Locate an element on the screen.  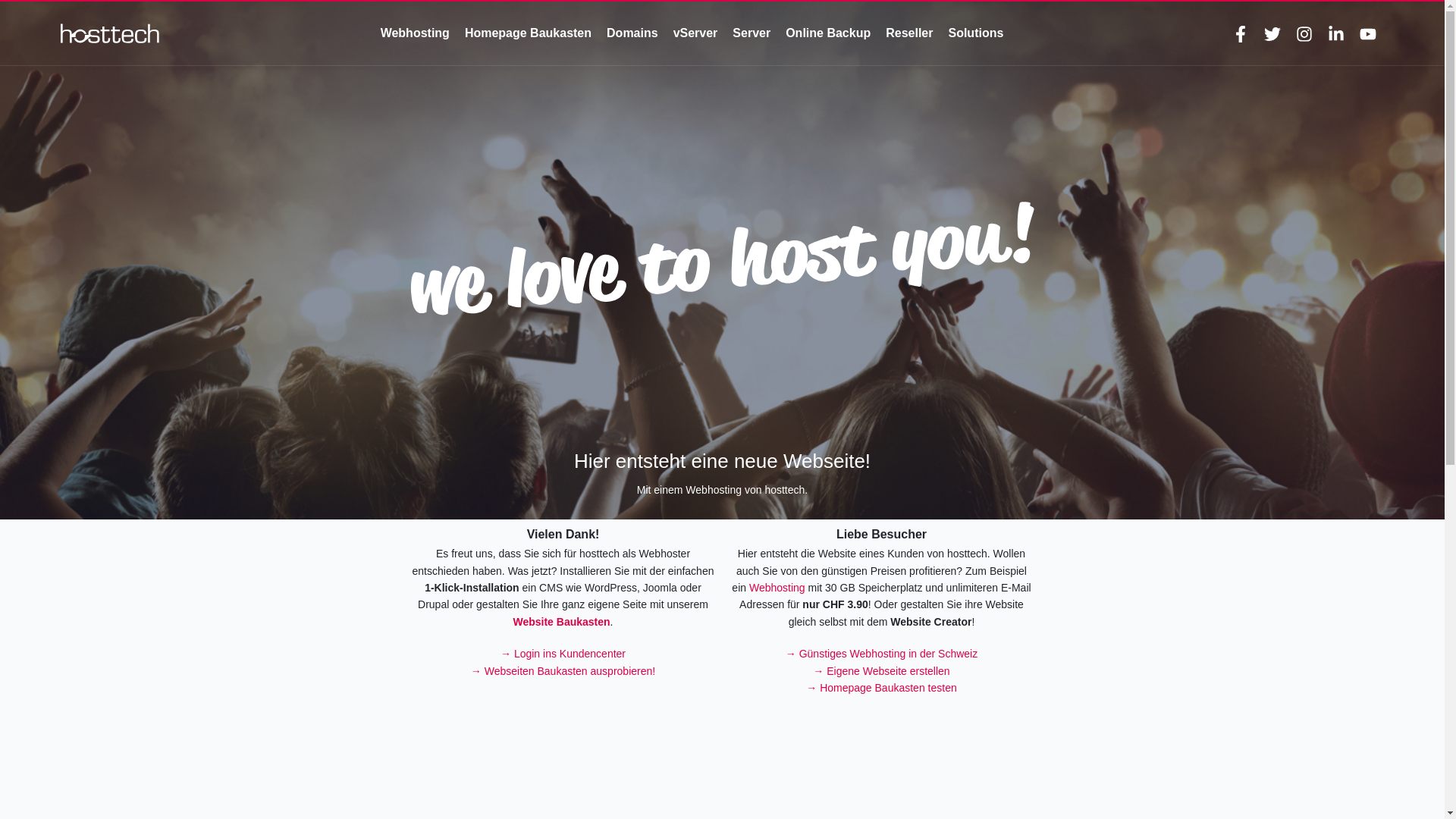
'Server' is located at coordinates (751, 33).